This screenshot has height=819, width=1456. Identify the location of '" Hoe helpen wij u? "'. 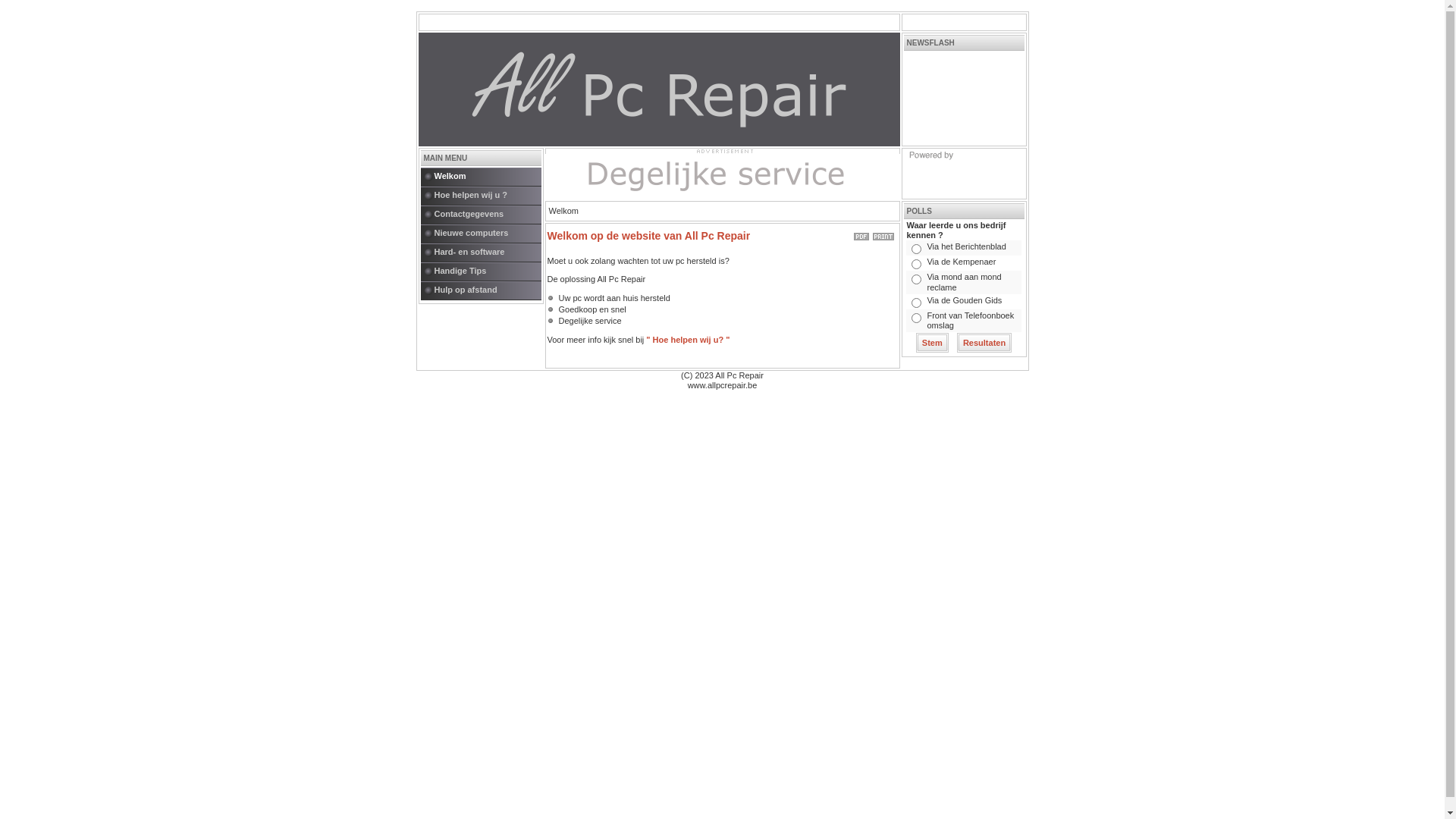
(687, 338).